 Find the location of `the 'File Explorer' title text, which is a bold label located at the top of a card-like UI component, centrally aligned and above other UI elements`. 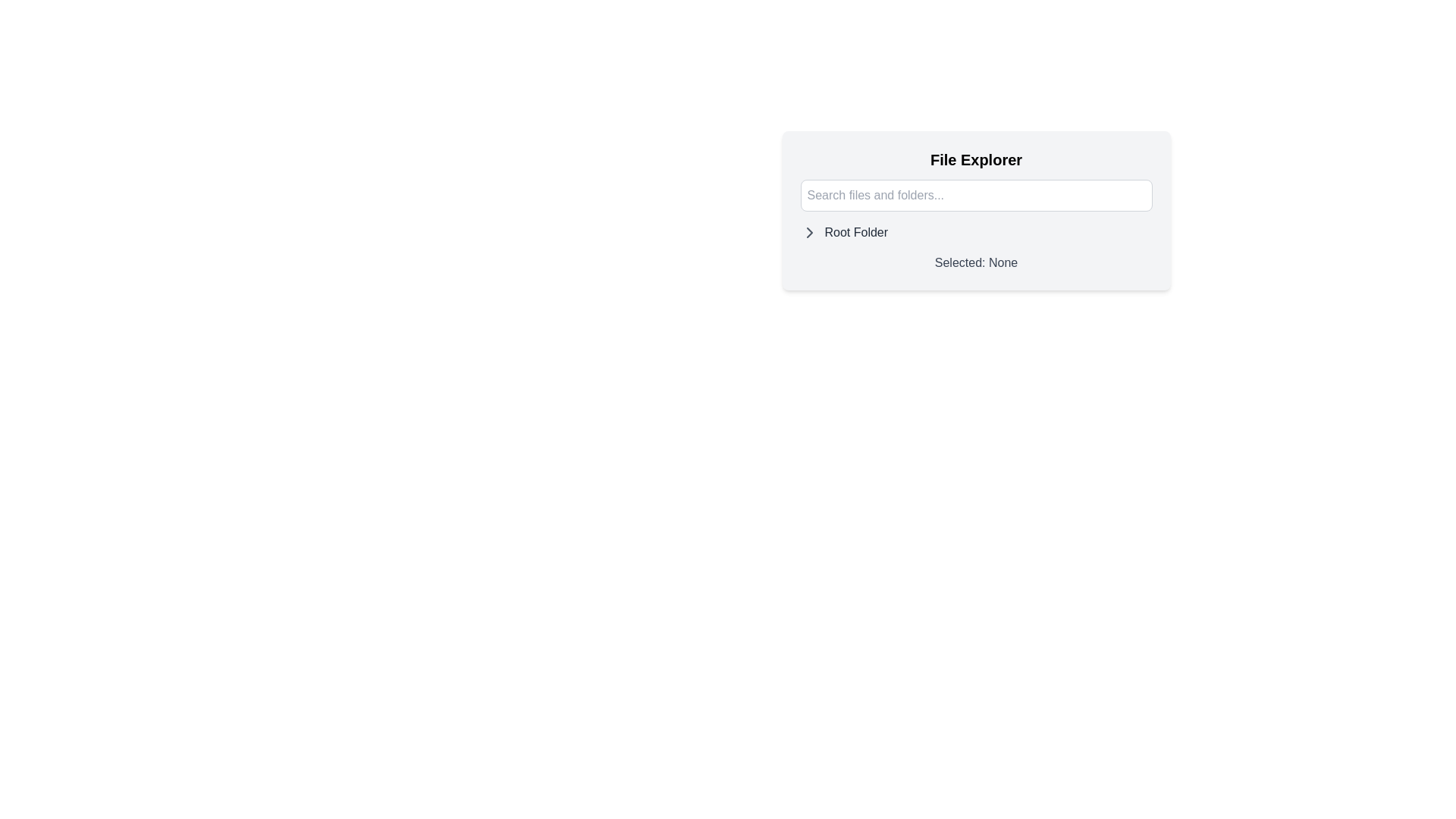

the 'File Explorer' title text, which is a bold label located at the top of a card-like UI component, centrally aligned and above other UI elements is located at coordinates (976, 160).